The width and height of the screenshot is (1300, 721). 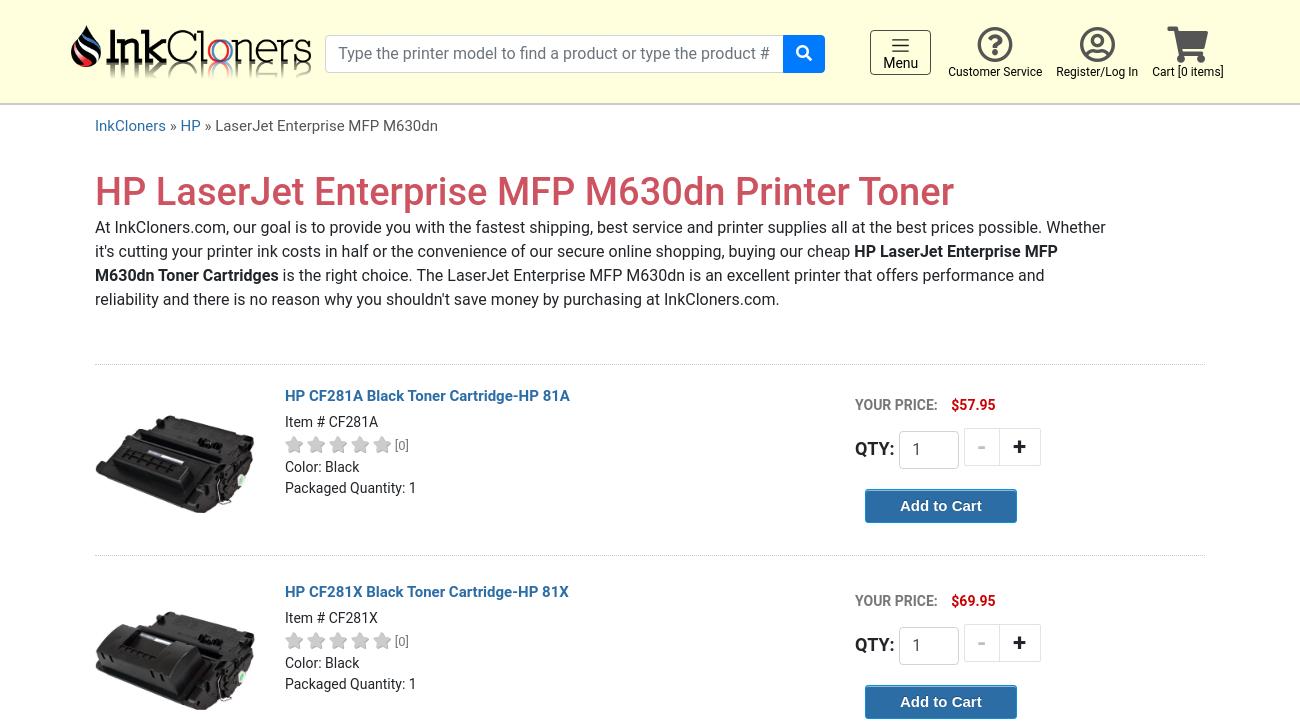 I want to click on 'HP', so click(x=190, y=126).